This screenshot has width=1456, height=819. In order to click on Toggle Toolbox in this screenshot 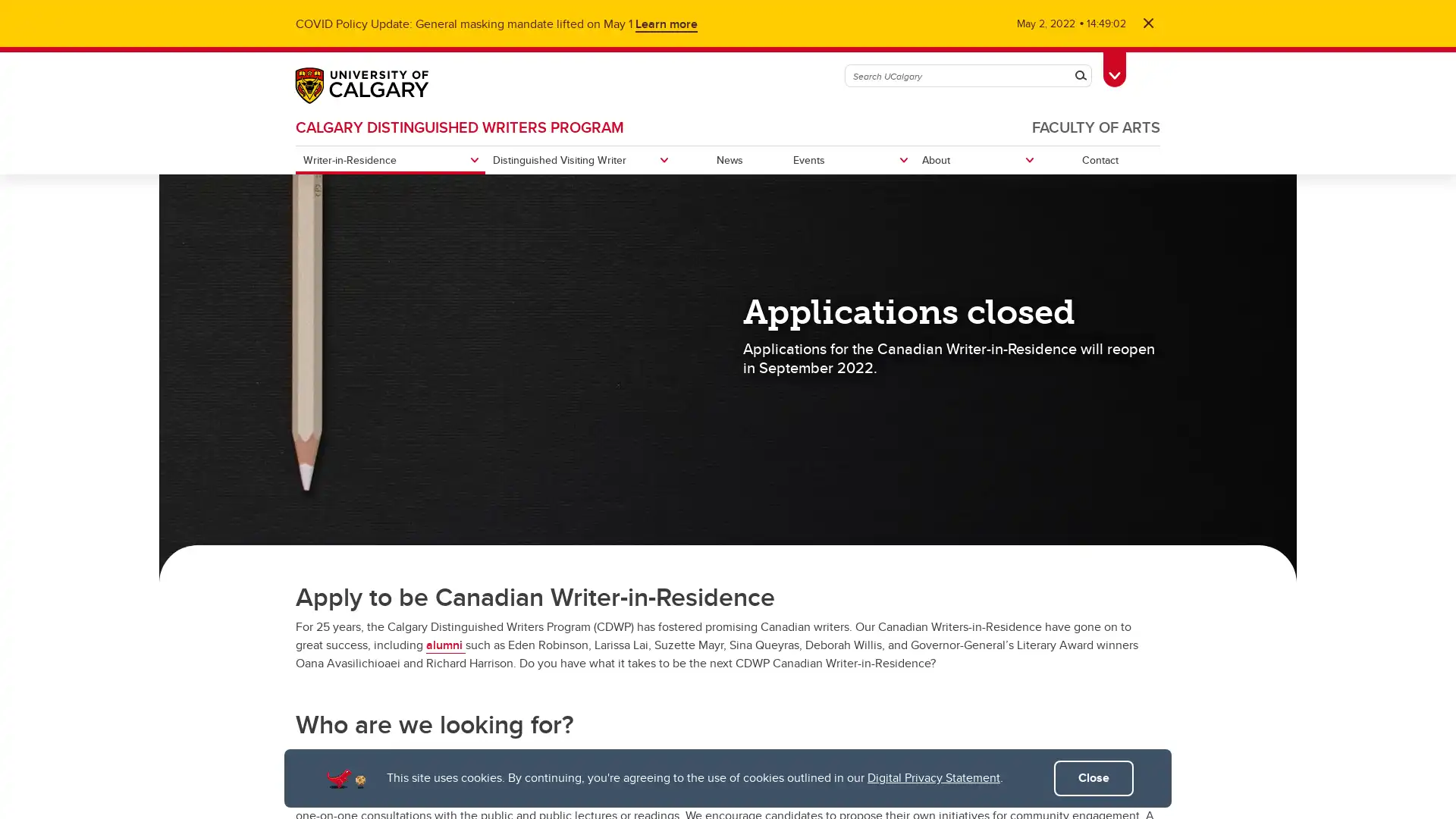, I will do `click(1114, 66)`.